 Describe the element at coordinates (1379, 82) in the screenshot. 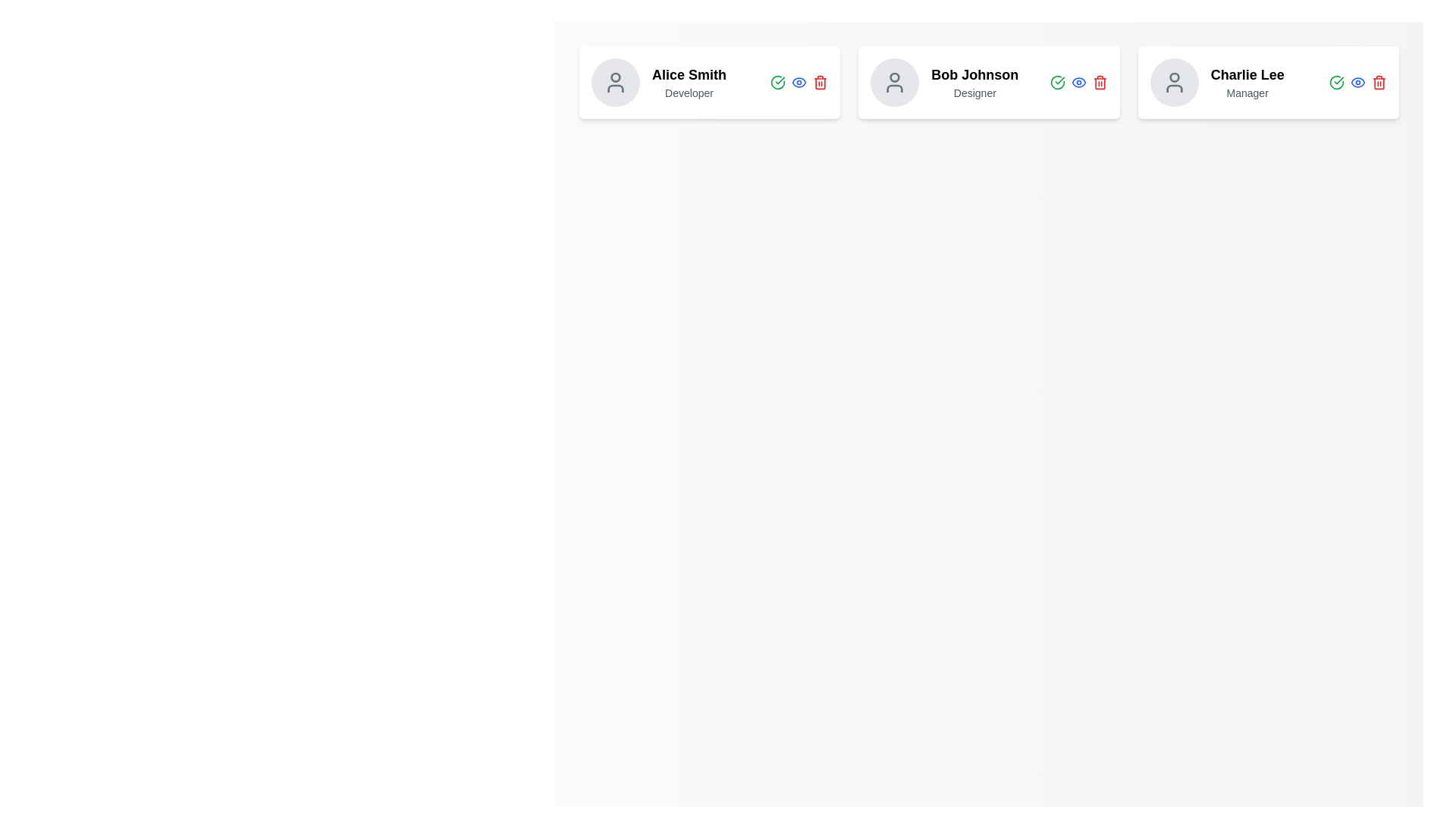

I see `the red trash bin icon button, the third interactive icon in the row of operation buttons for Charlie Lee` at that location.